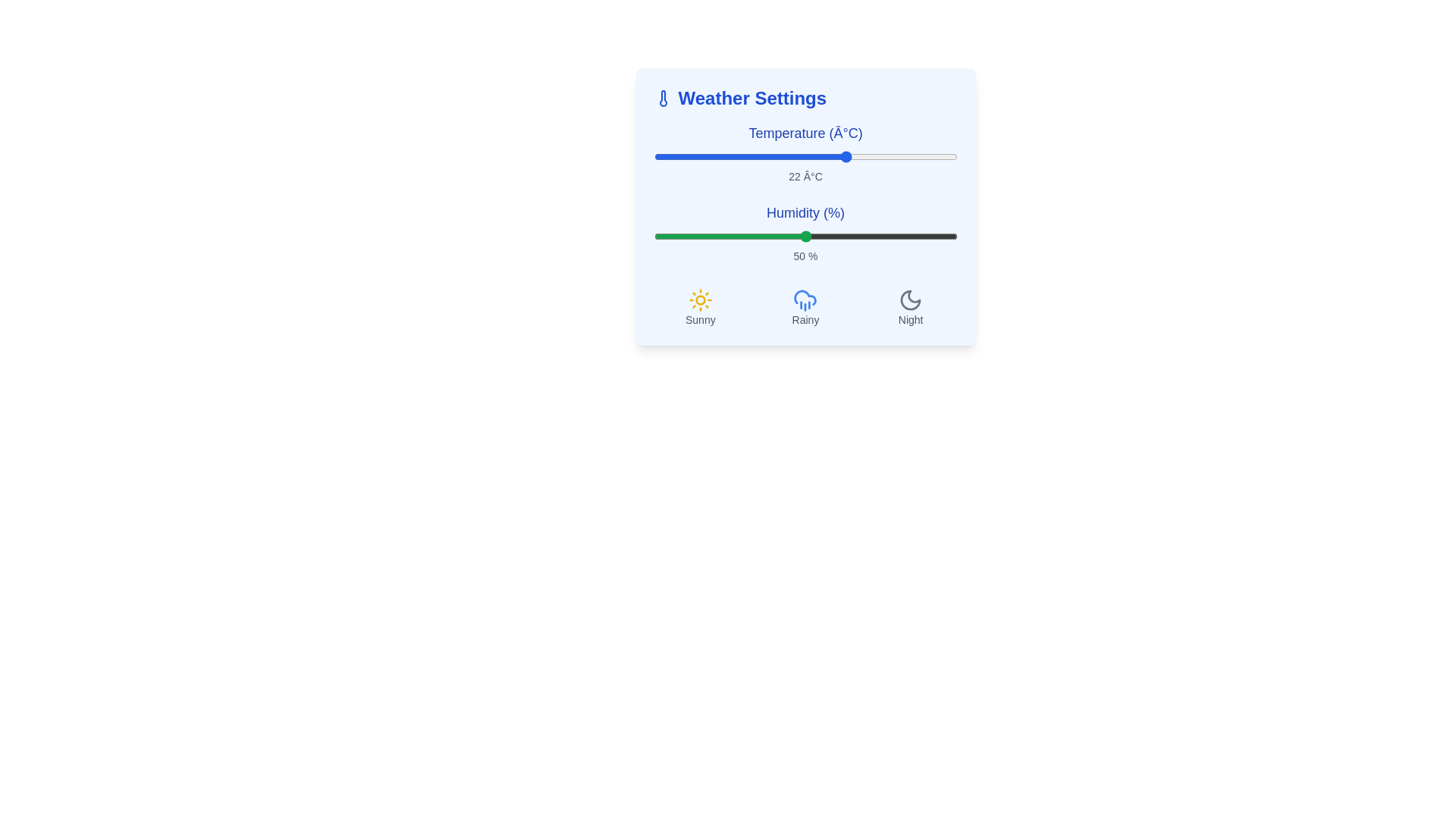  I want to click on the 'Rainy' icon, which is a blue cloud with raindrops and has the label 'Rainy' below it, so click(805, 307).